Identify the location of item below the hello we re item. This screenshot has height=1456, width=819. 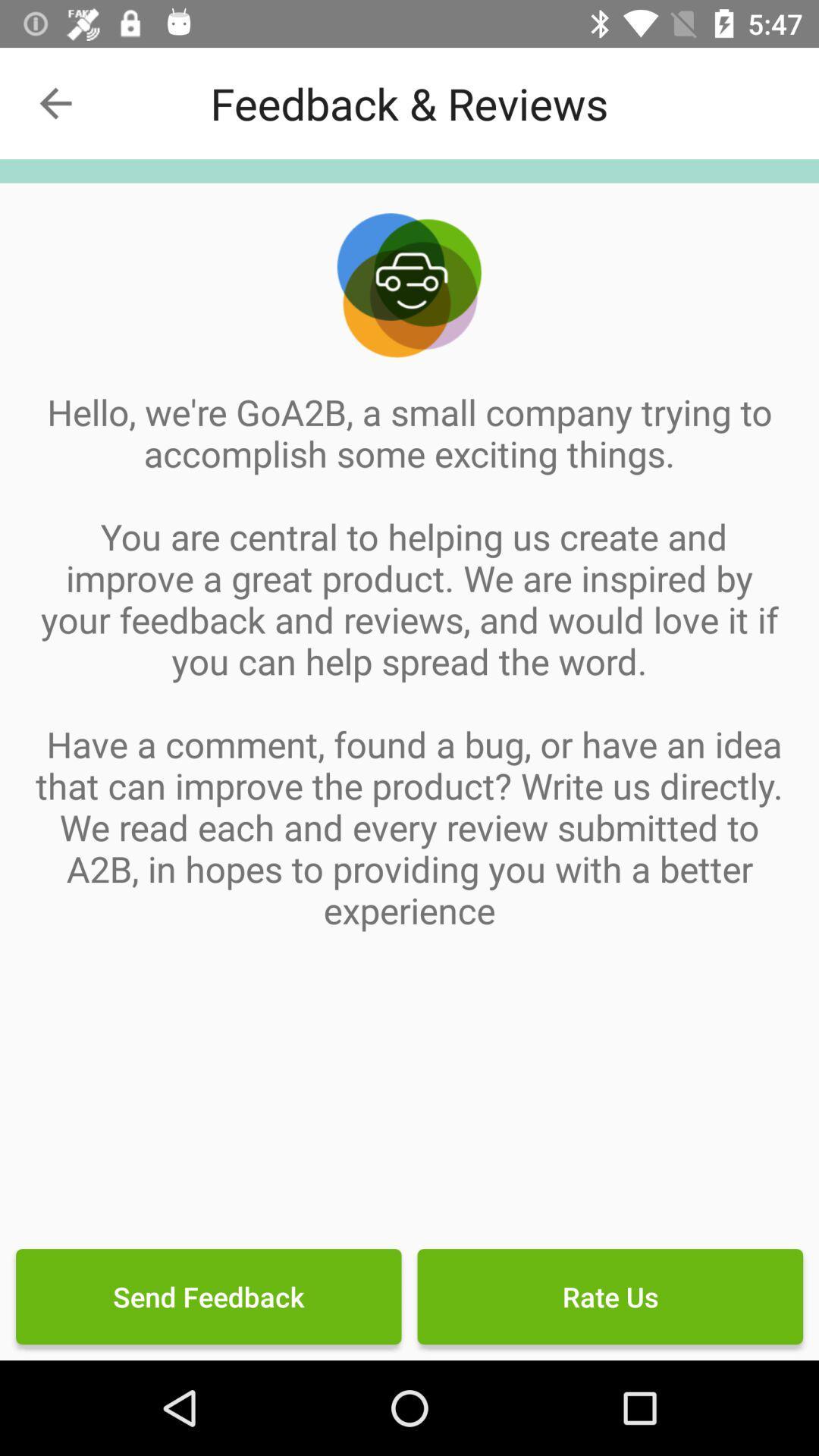
(209, 1295).